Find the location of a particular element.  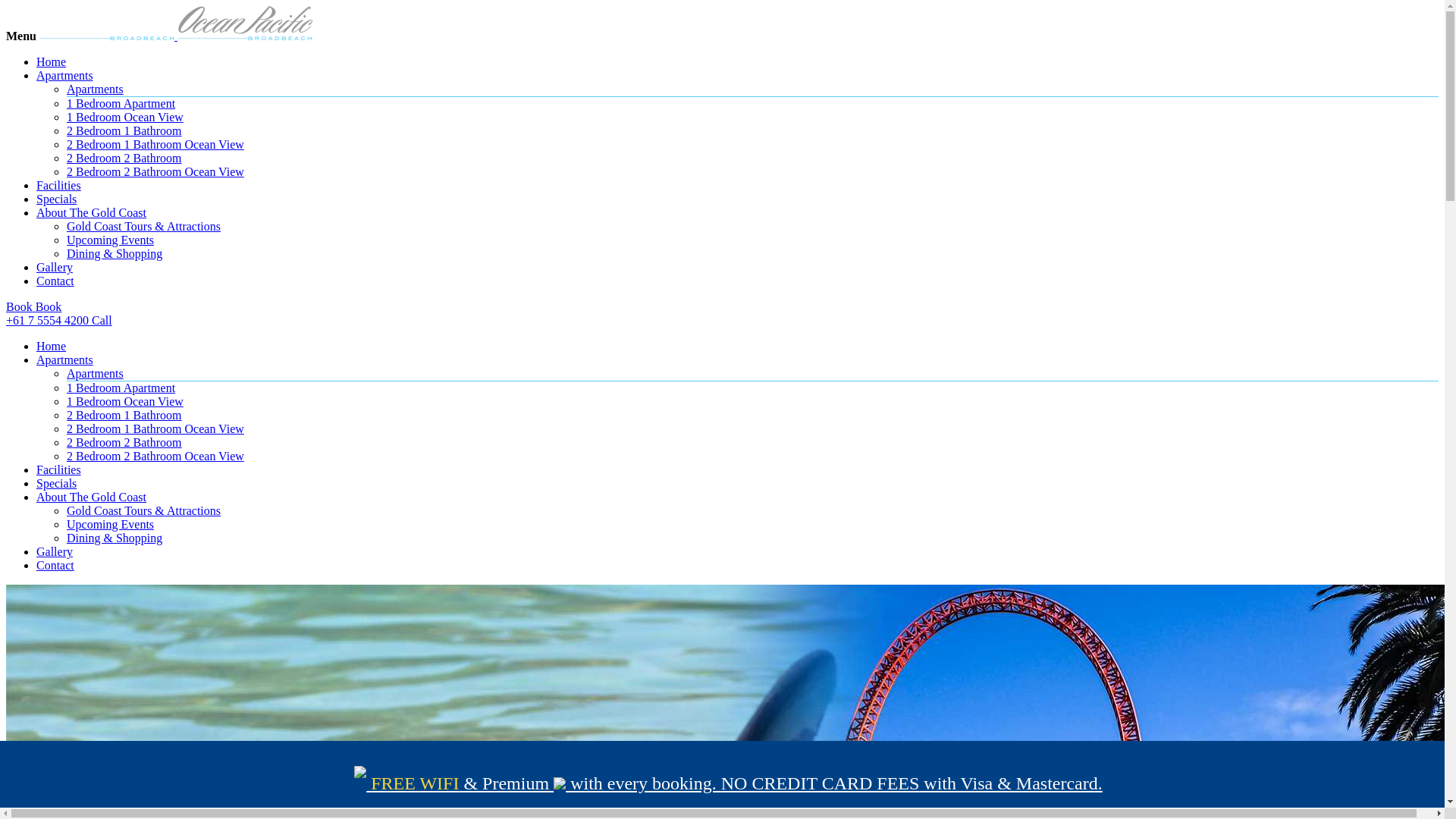

'Contact' is located at coordinates (55, 565).